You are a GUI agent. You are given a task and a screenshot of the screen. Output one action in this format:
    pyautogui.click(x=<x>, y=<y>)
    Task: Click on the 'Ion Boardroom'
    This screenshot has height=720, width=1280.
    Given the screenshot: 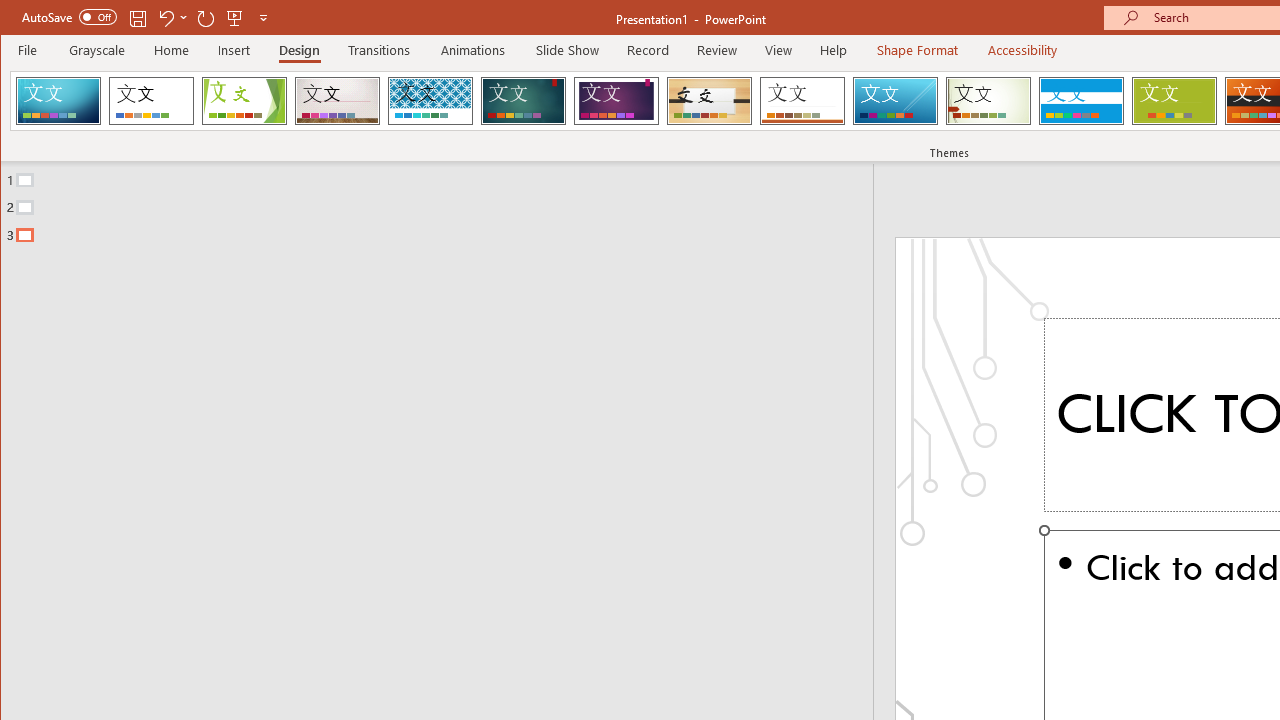 What is the action you would take?
    pyautogui.click(x=615, y=100)
    